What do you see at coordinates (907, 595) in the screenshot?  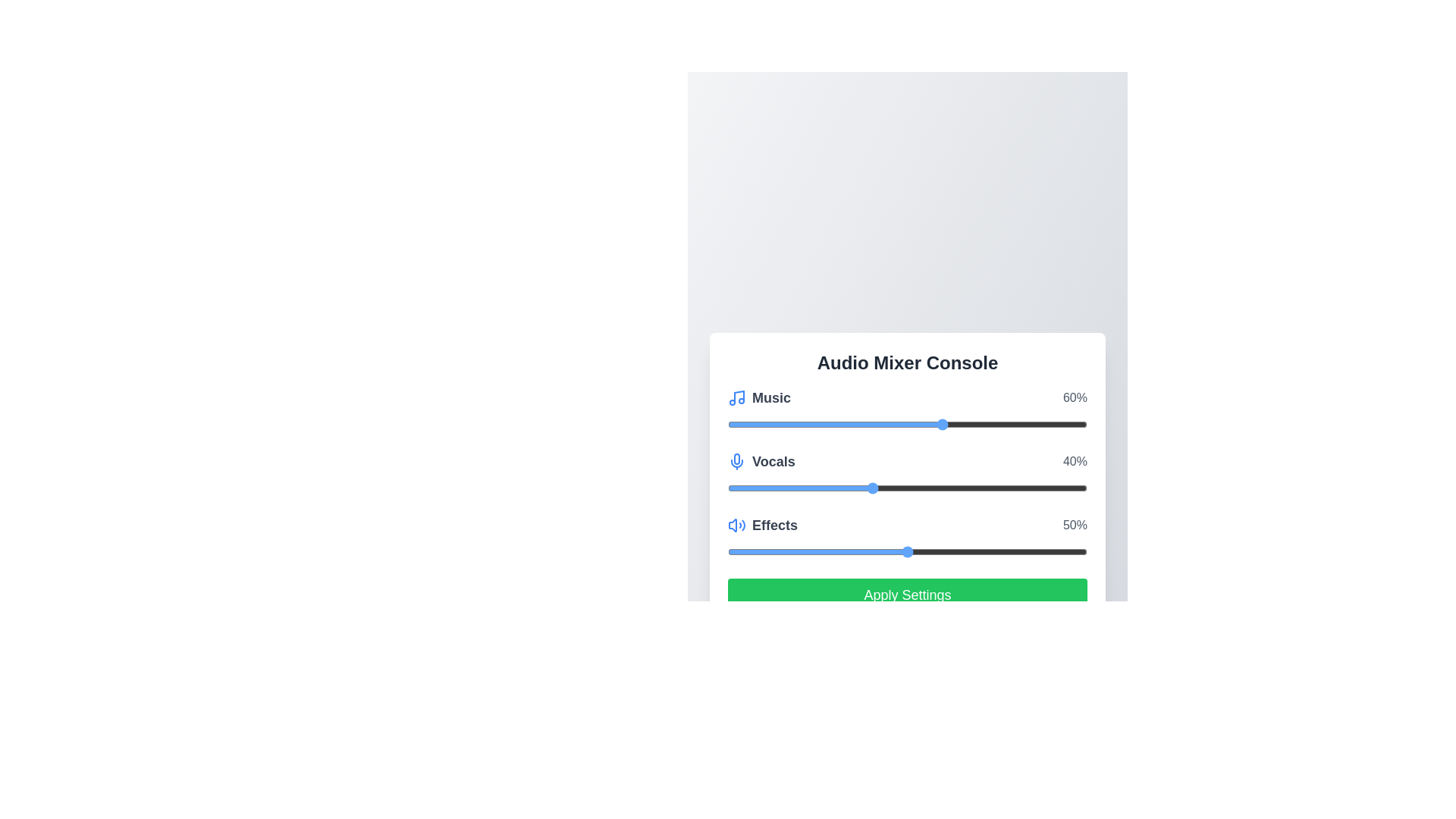 I see `the 'Apply Settings' button to apply the current audio levels` at bounding box center [907, 595].